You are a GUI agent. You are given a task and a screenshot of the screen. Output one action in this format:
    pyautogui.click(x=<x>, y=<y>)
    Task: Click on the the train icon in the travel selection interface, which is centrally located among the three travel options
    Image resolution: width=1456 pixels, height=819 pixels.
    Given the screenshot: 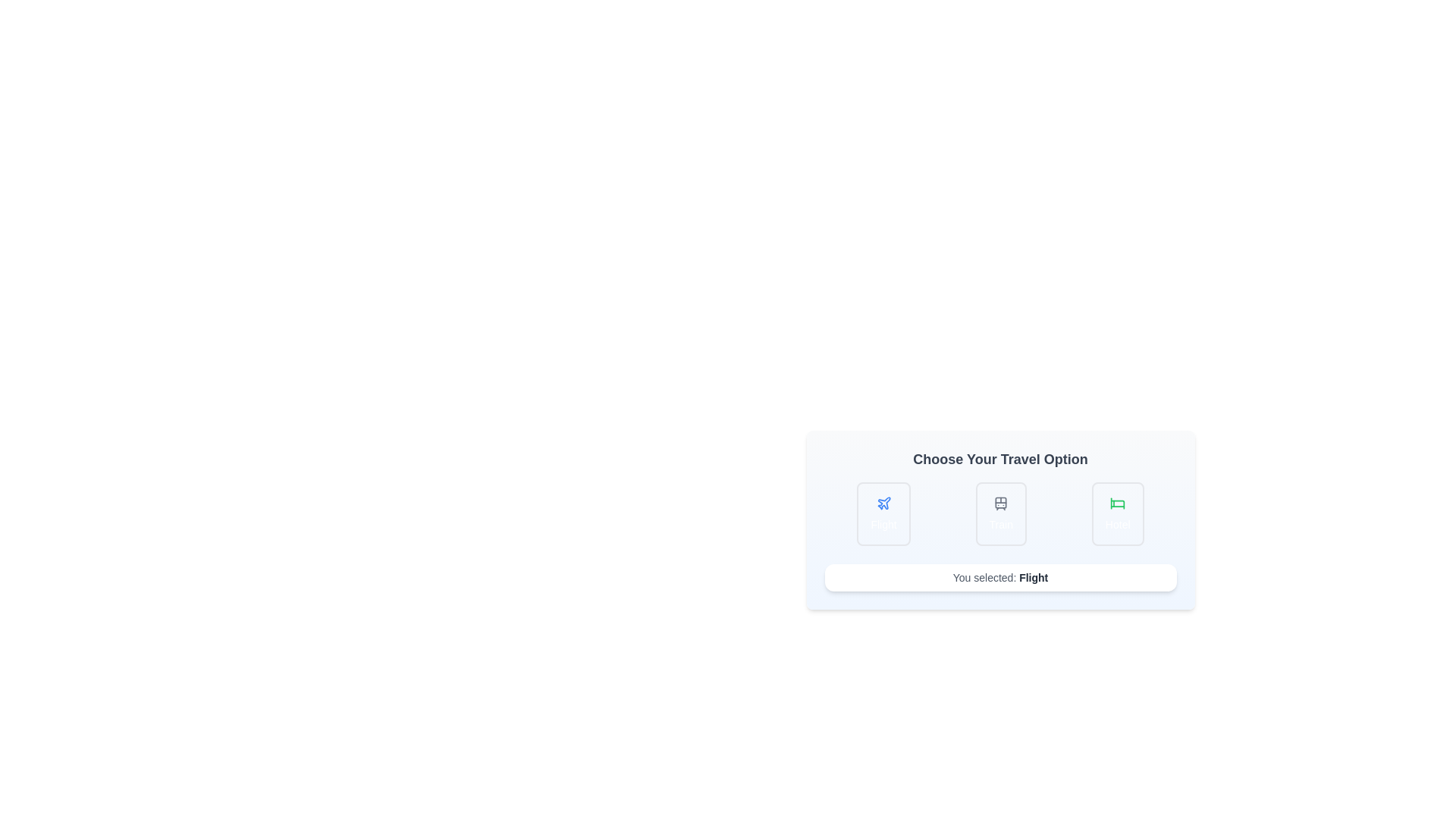 What is the action you would take?
    pyautogui.click(x=1001, y=503)
    